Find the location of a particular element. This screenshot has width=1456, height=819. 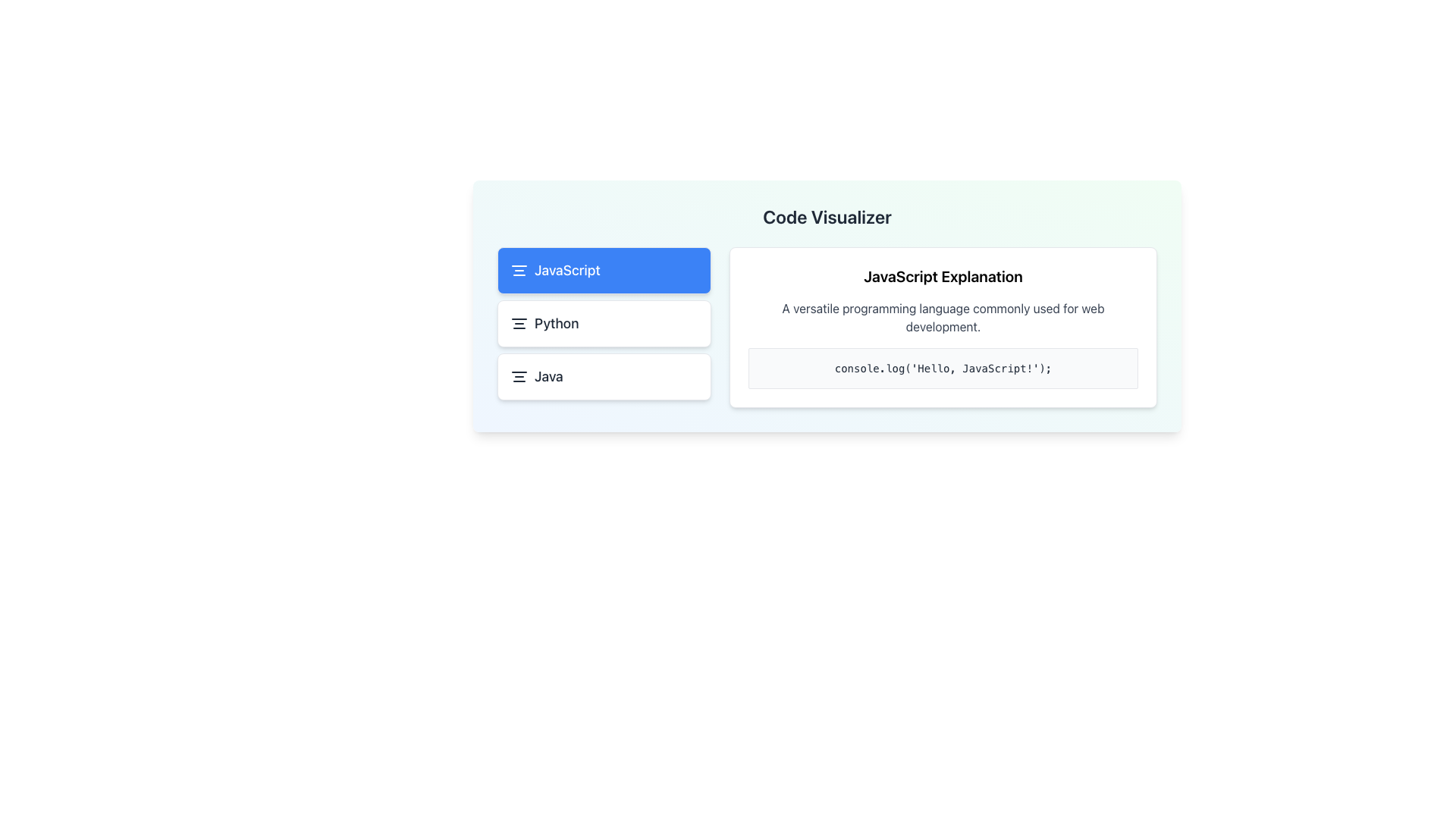

the JavaScript command text displayed in the code visualization panel for copying is located at coordinates (942, 369).